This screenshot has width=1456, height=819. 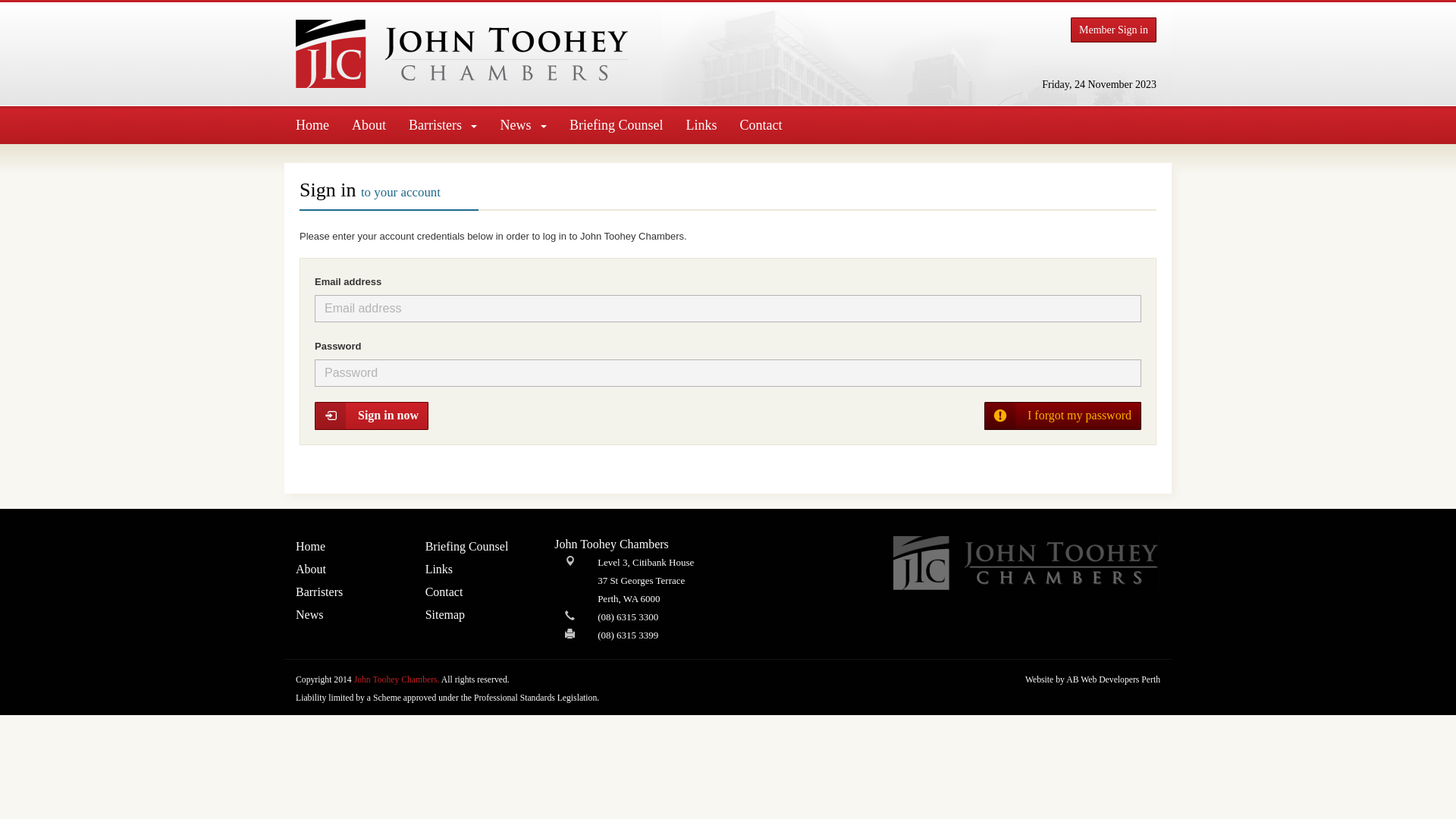 What do you see at coordinates (284, 124) in the screenshot?
I see `'Home'` at bounding box center [284, 124].